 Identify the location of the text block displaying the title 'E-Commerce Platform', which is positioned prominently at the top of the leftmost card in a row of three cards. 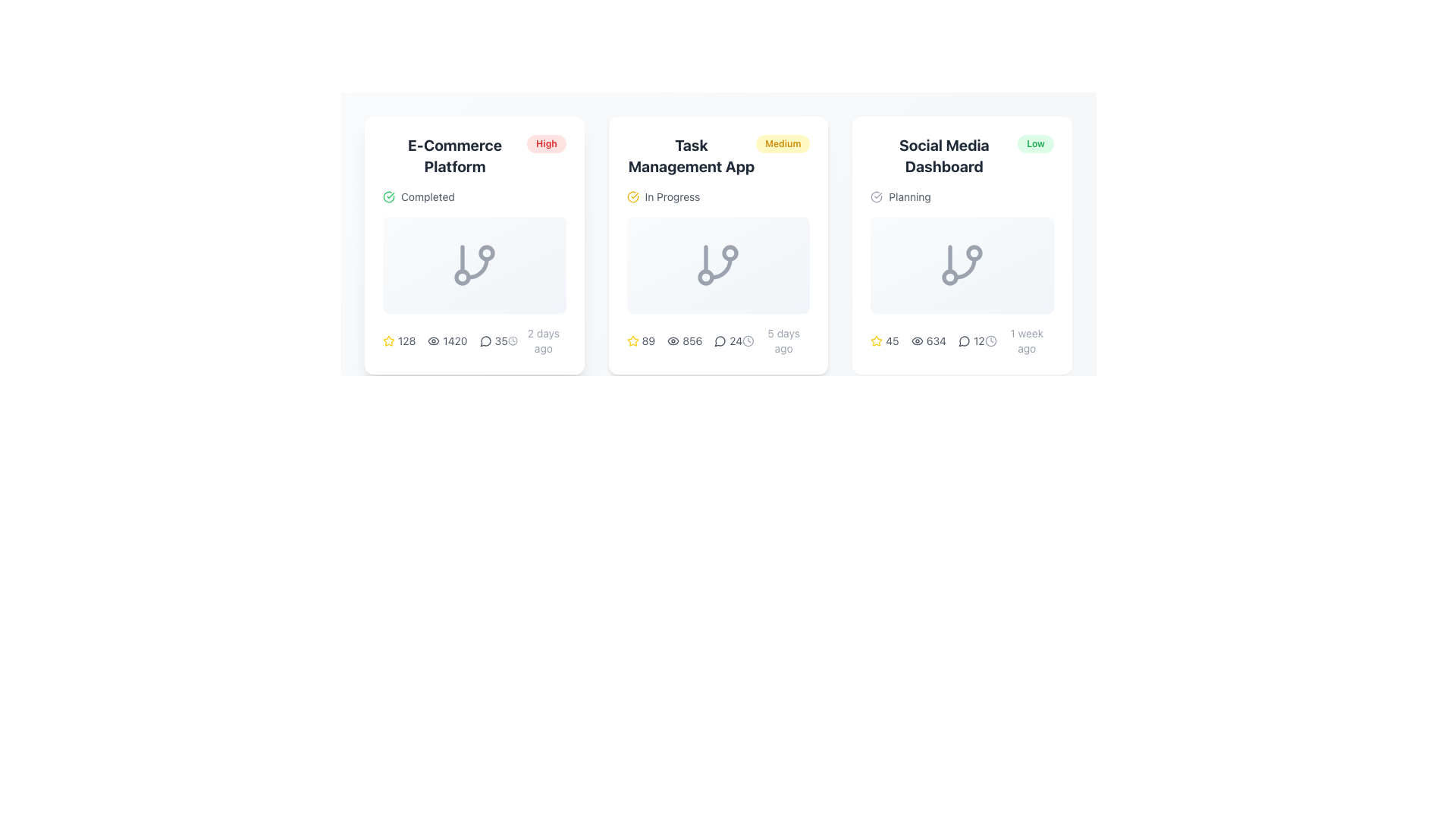
(454, 155).